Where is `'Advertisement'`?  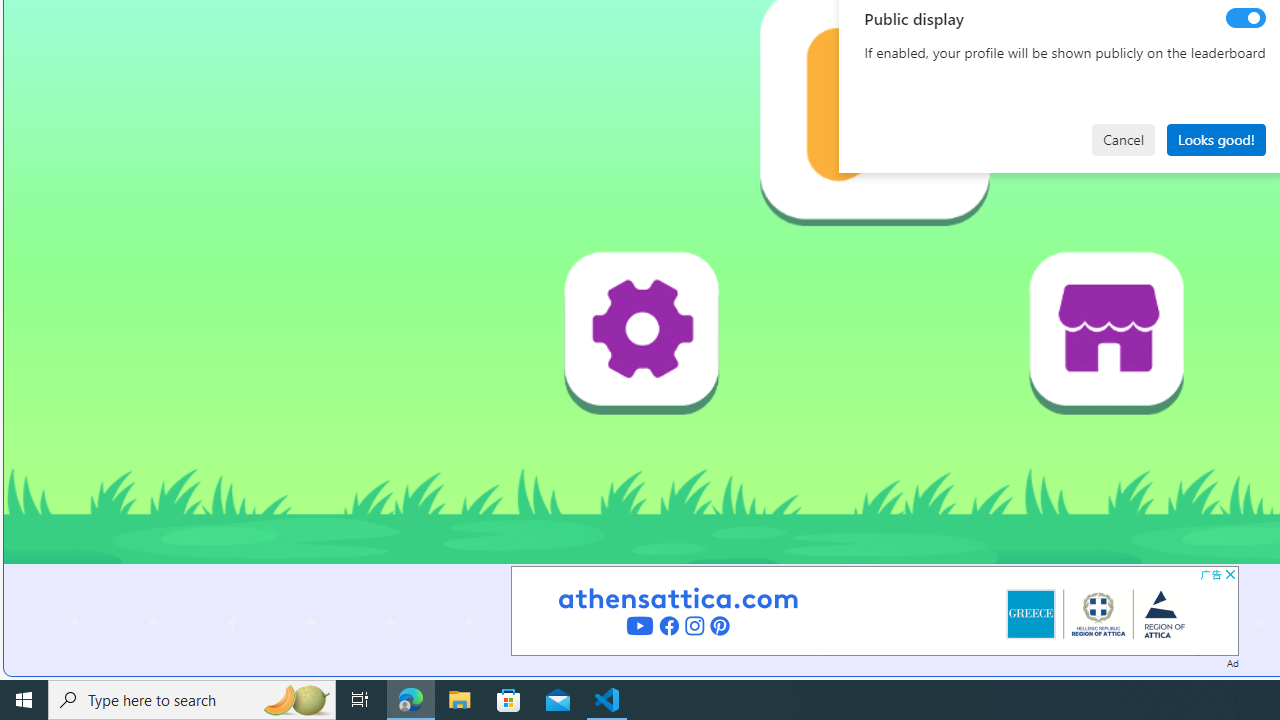
'Advertisement' is located at coordinates (874, 609).